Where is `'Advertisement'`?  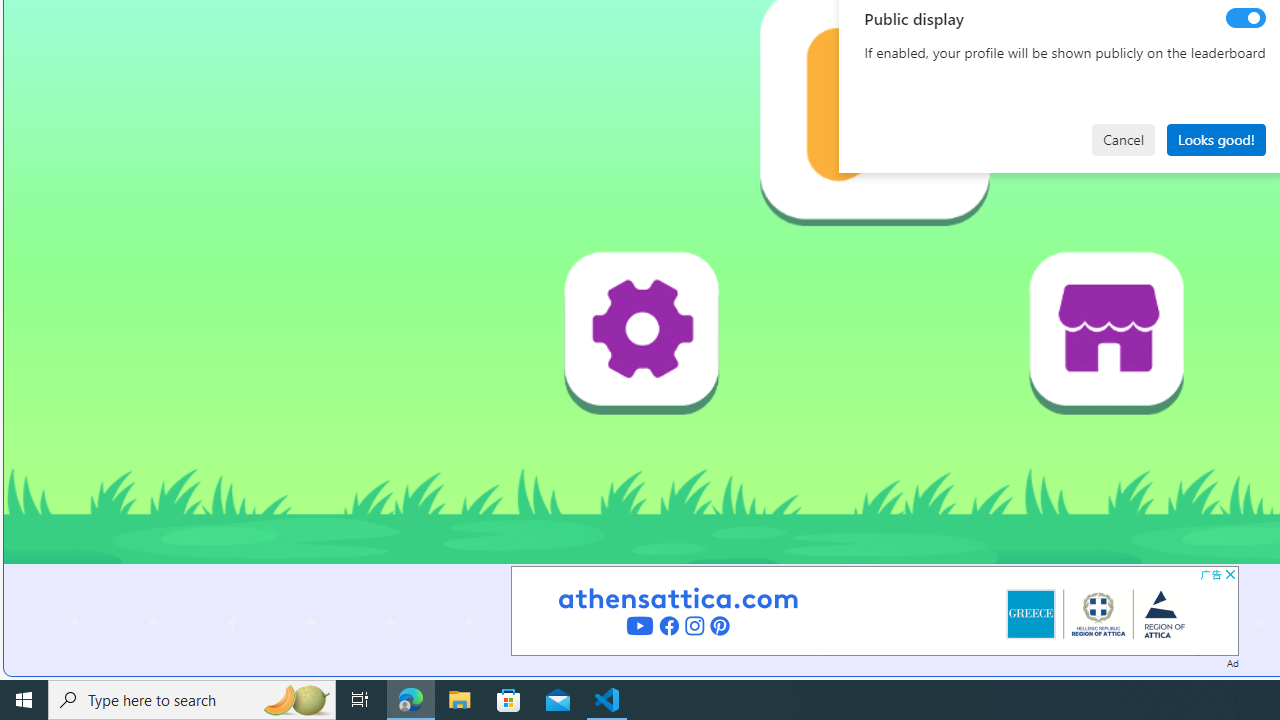
'Advertisement' is located at coordinates (874, 609).